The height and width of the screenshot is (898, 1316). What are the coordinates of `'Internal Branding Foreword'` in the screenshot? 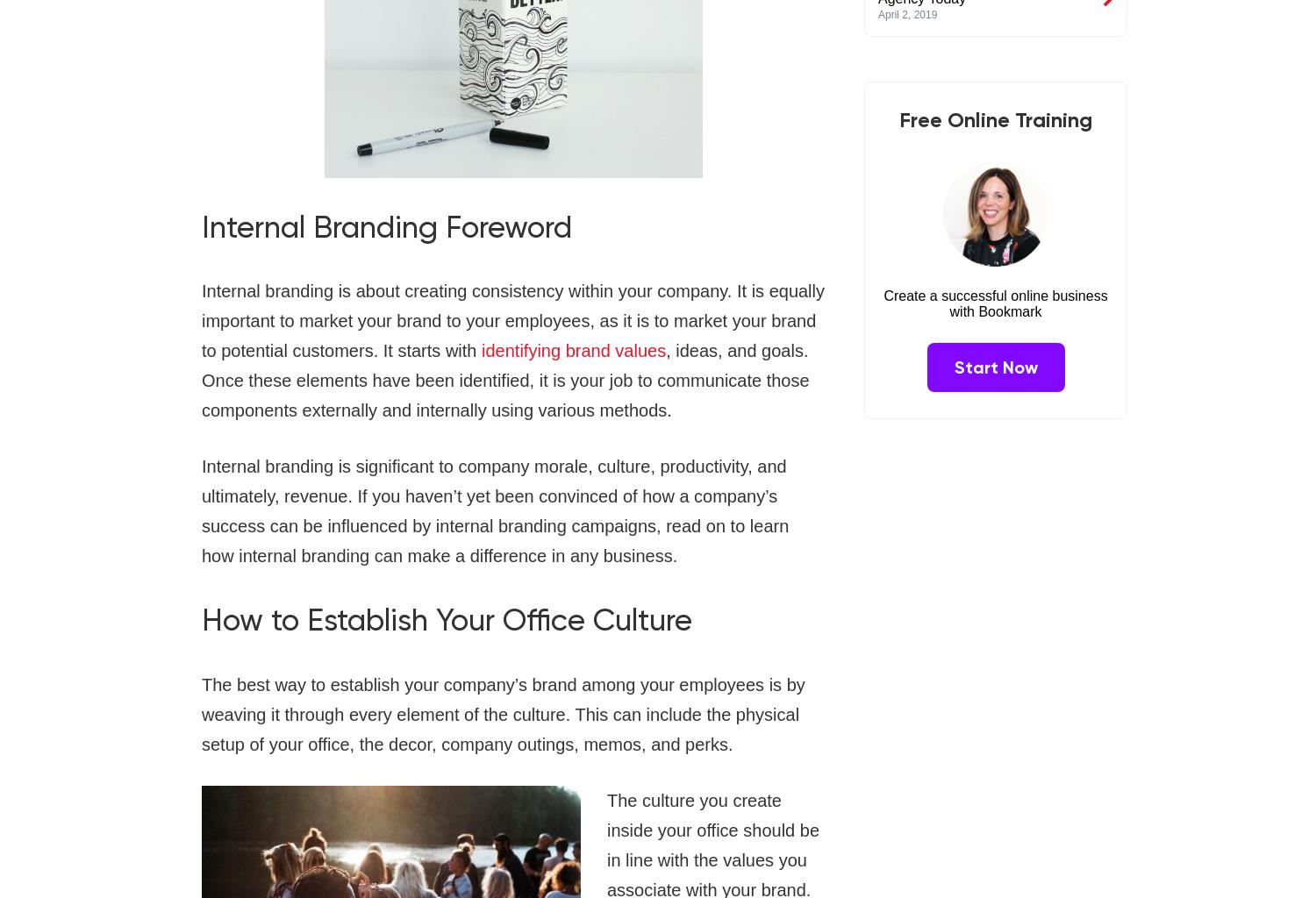 It's located at (200, 225).